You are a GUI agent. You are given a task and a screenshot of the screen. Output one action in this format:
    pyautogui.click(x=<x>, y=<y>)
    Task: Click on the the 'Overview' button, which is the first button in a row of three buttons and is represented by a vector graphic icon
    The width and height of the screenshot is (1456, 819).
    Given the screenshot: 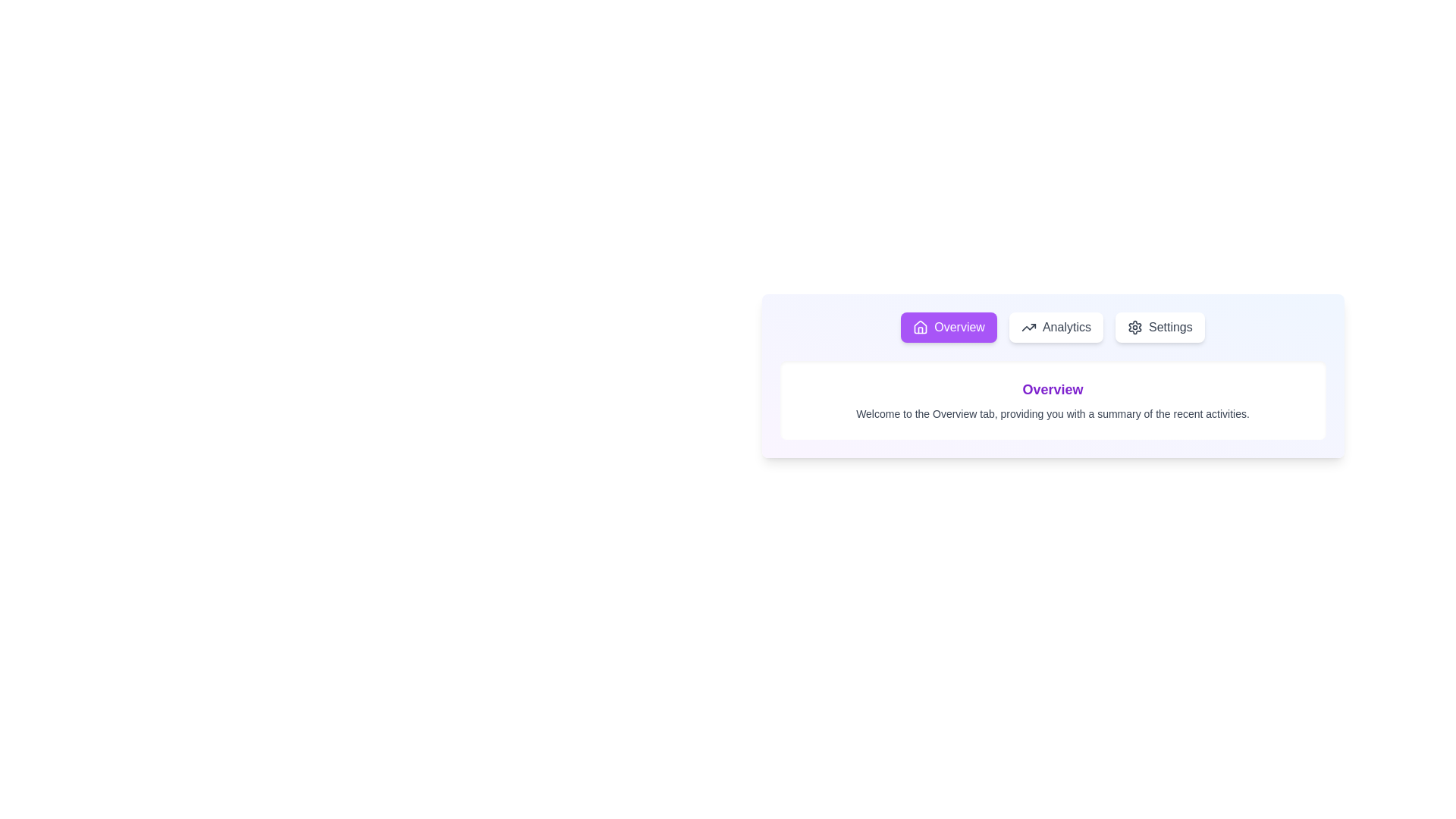 What is the action you would take?
    pyautogui.click(x=920, y=327)
    